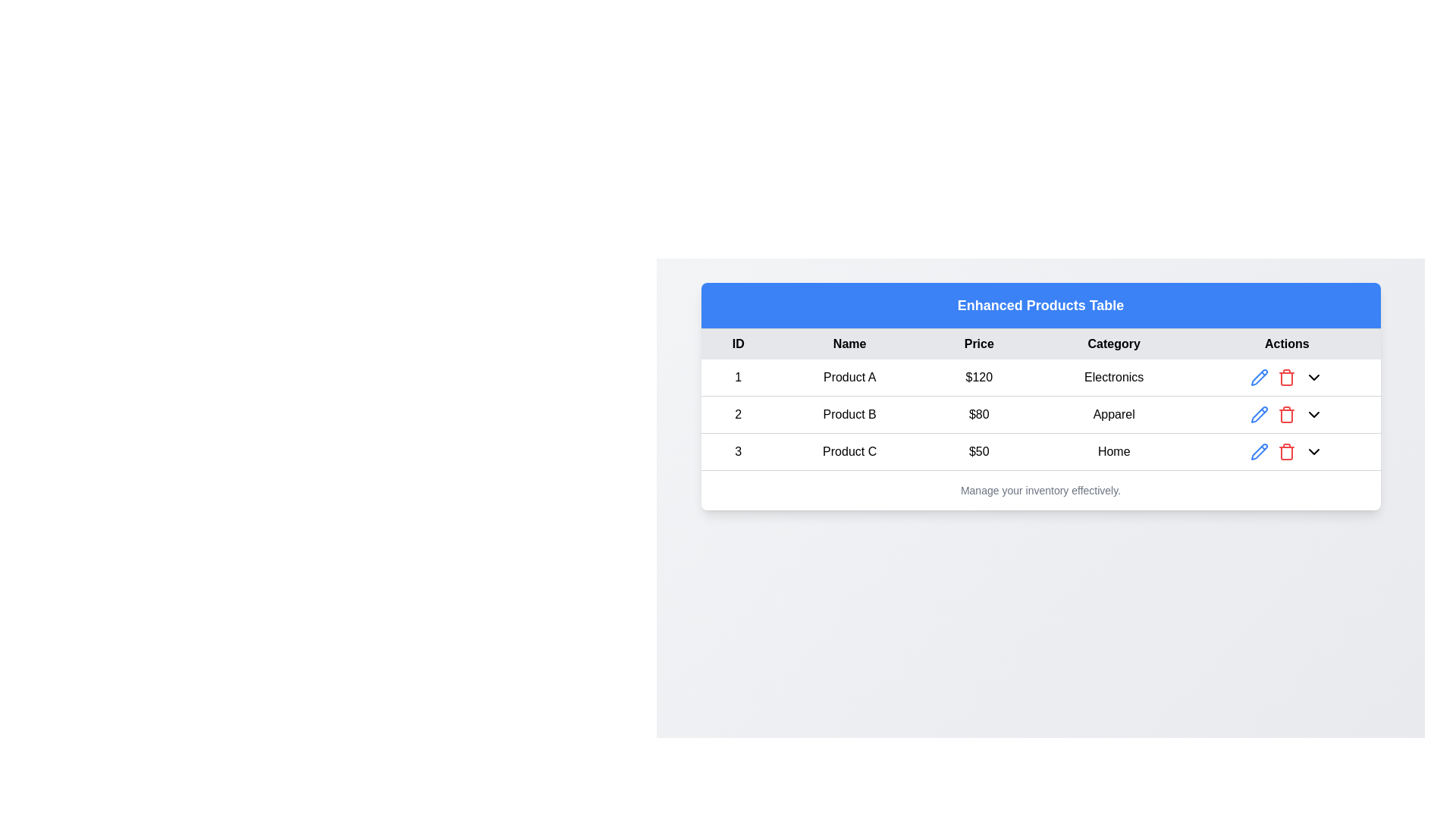 The height and width of the screenshot is (819, 1456). Describe the element at coordinates (1286, 376) in the screenshot. I see `the delete icon button, which is the second icon from the left in the 'Actions' column of the first row of the table` at that location.